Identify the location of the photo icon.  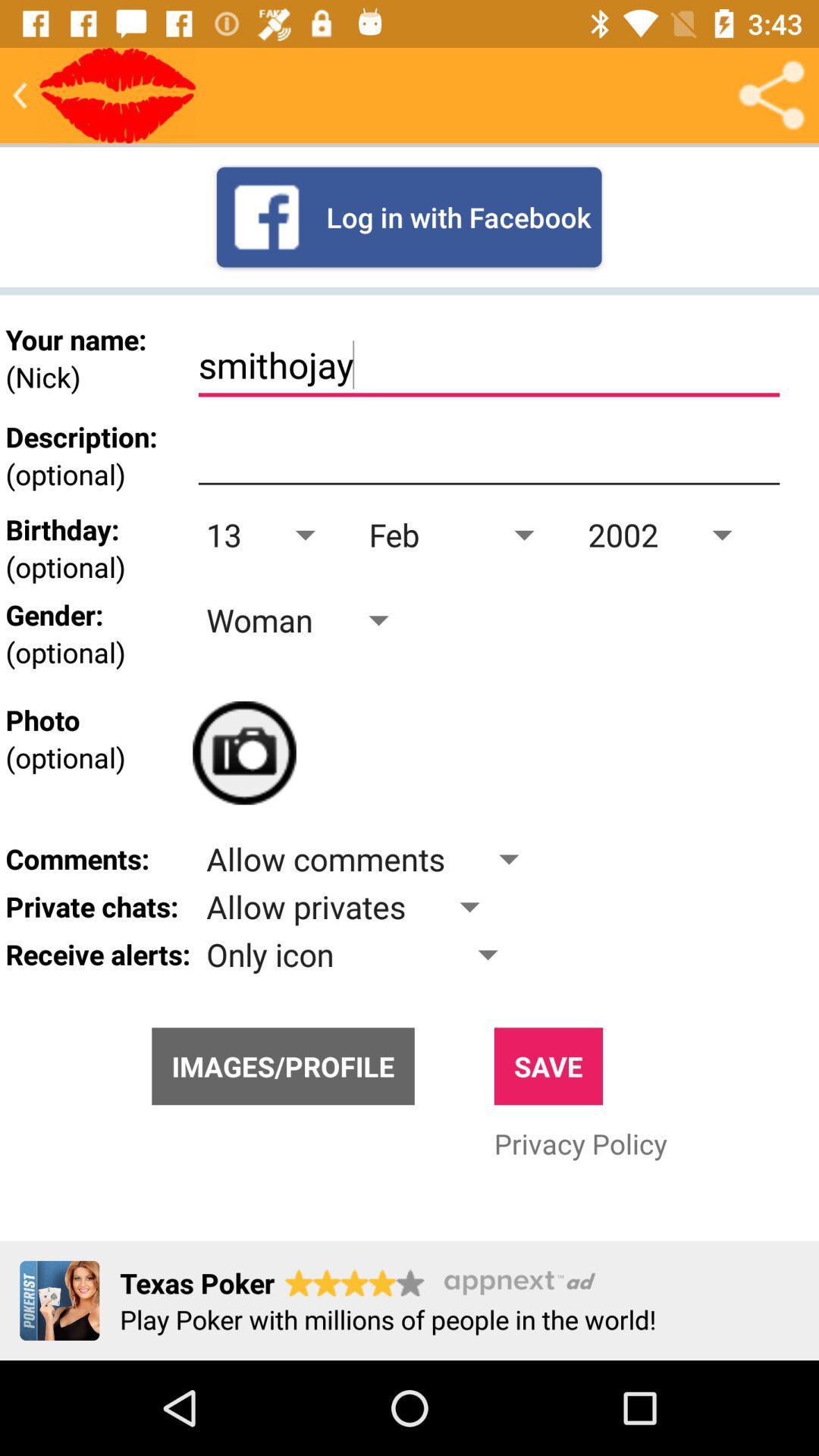
(243, 753).